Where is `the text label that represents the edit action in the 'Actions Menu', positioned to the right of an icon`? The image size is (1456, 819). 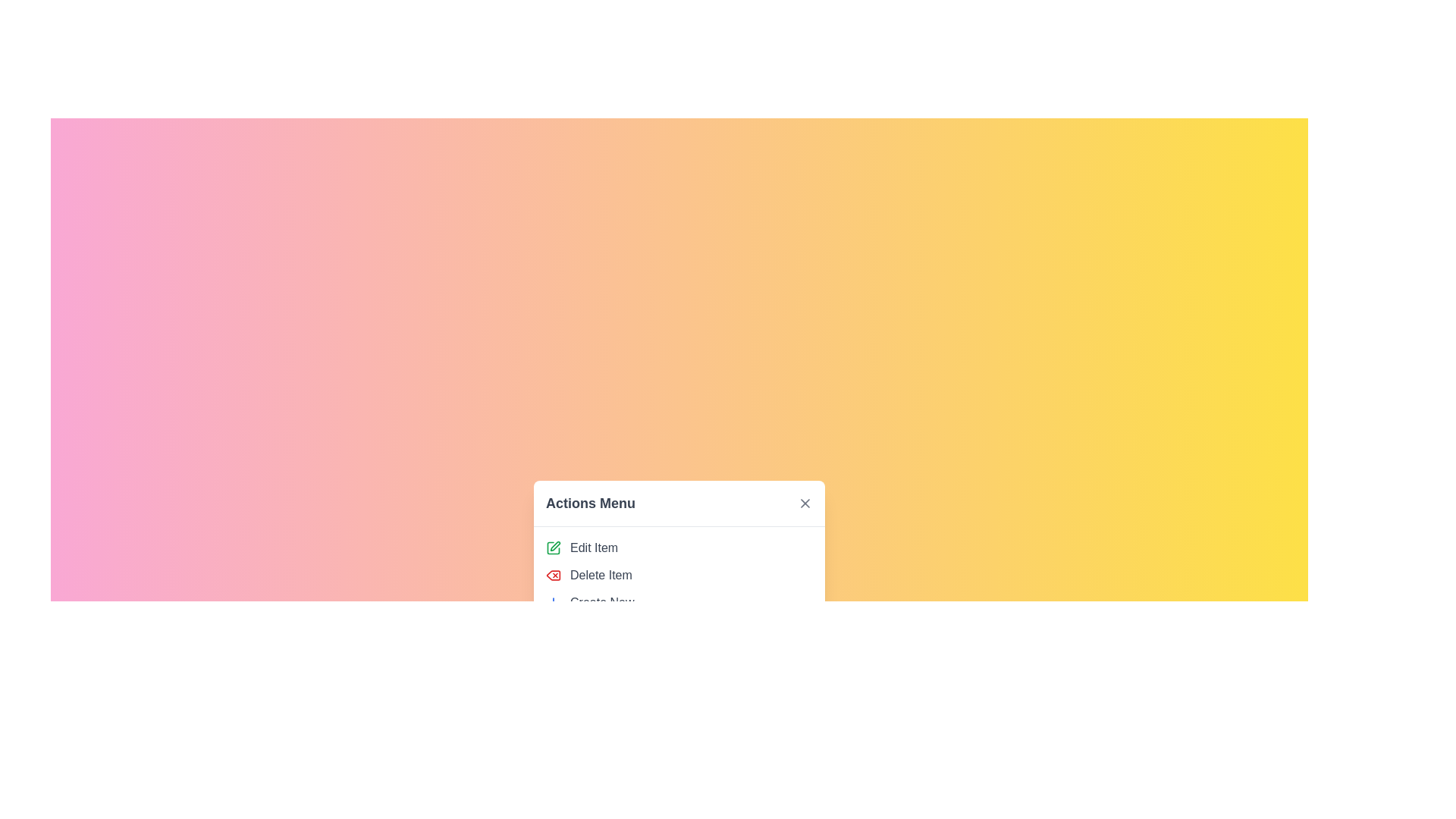 the text label that represents the edit action in the 'Actions Menu', positioned to the right of an icon is located at coordinates (593, 548).